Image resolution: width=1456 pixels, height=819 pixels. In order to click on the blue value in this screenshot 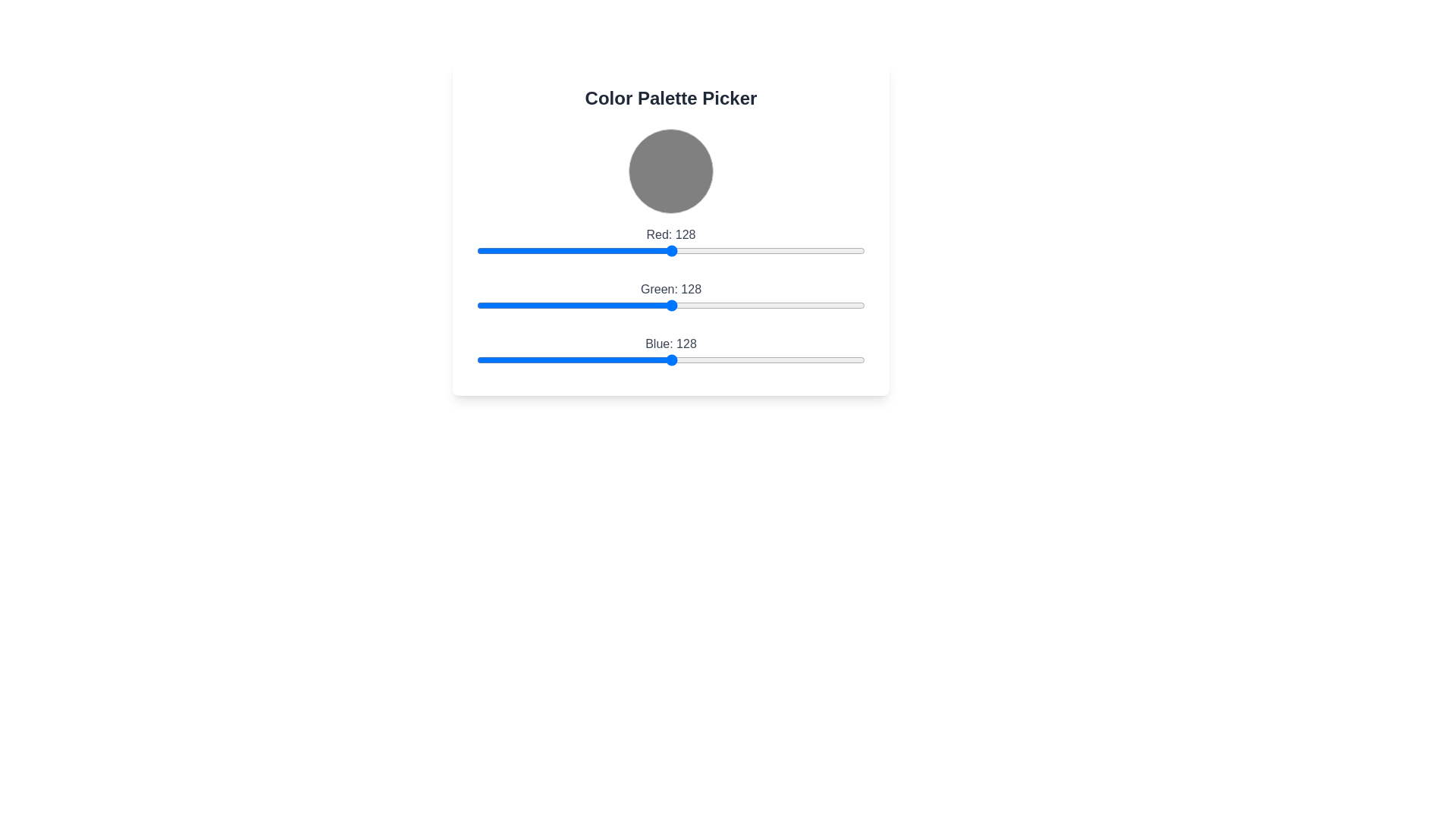, I will do `click(669, 359)`.